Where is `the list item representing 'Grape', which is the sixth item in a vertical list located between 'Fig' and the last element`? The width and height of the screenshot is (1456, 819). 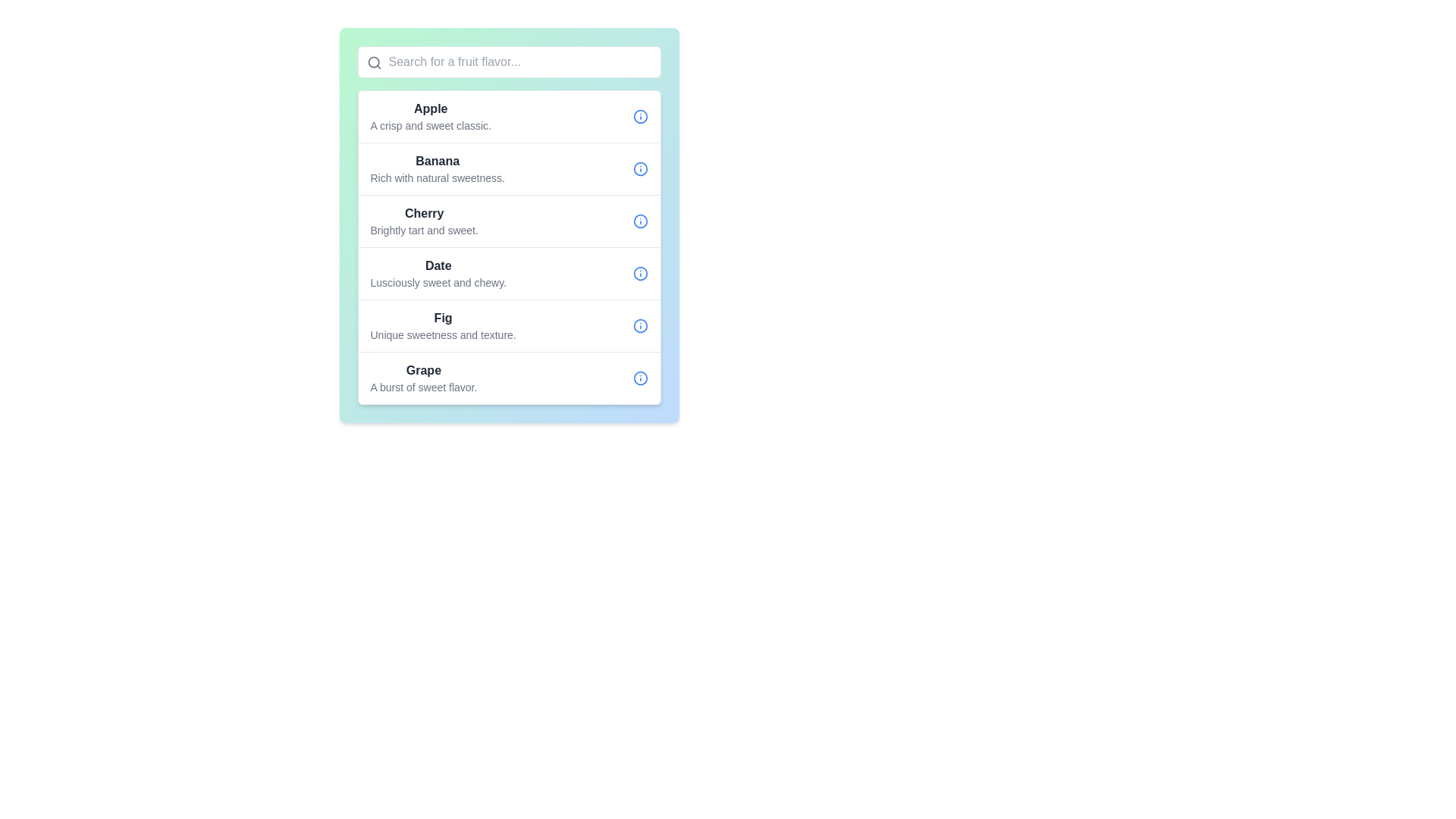 the list item representing 'Grape', which is the sixth item in a vertical list located between 'Fig' and the last element is located at coordinates (509, 377).